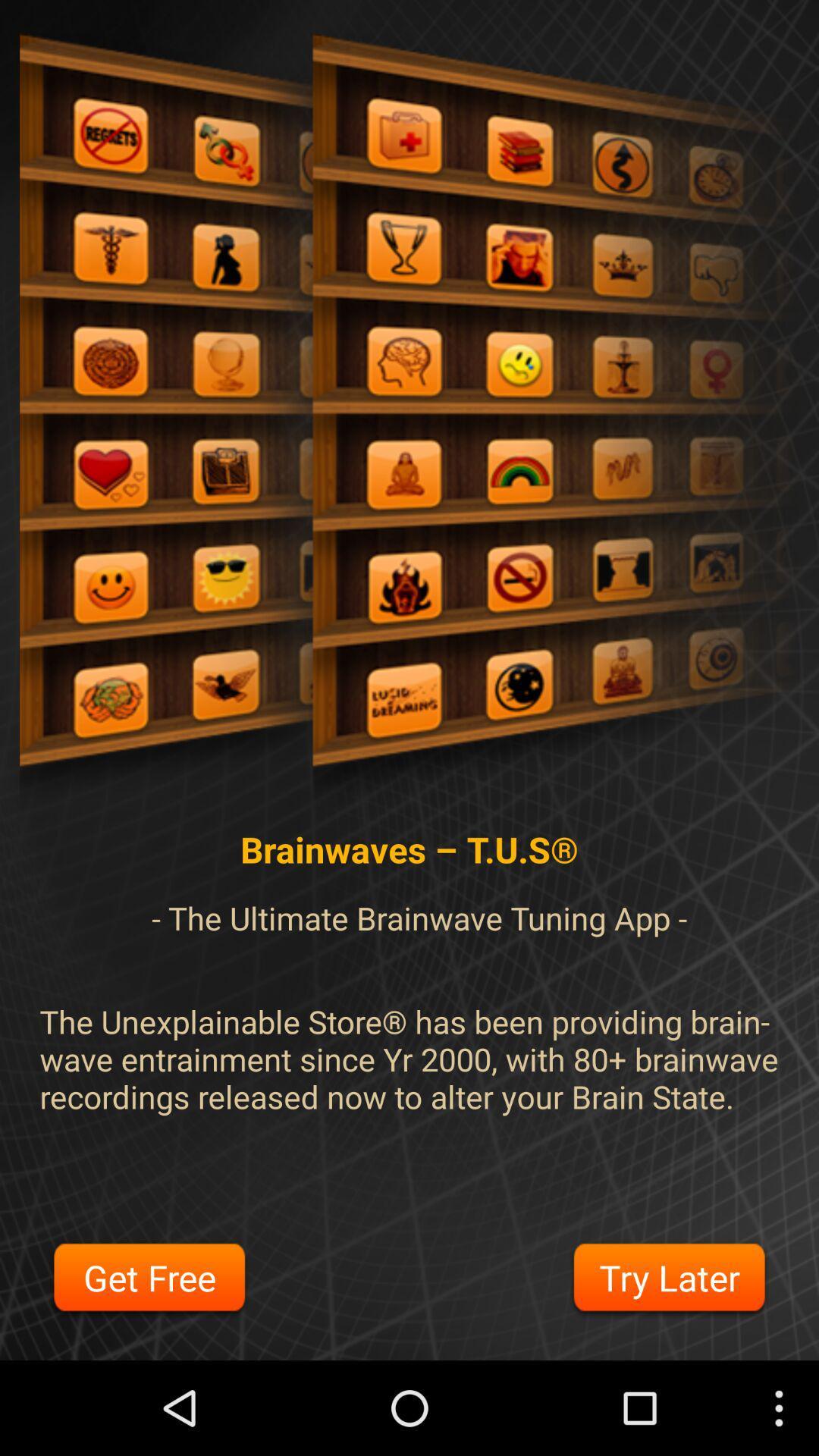  Describe the element at coordinates (409, 422) in the screenshot. I see `the icon above brainwaves t u` at that location.